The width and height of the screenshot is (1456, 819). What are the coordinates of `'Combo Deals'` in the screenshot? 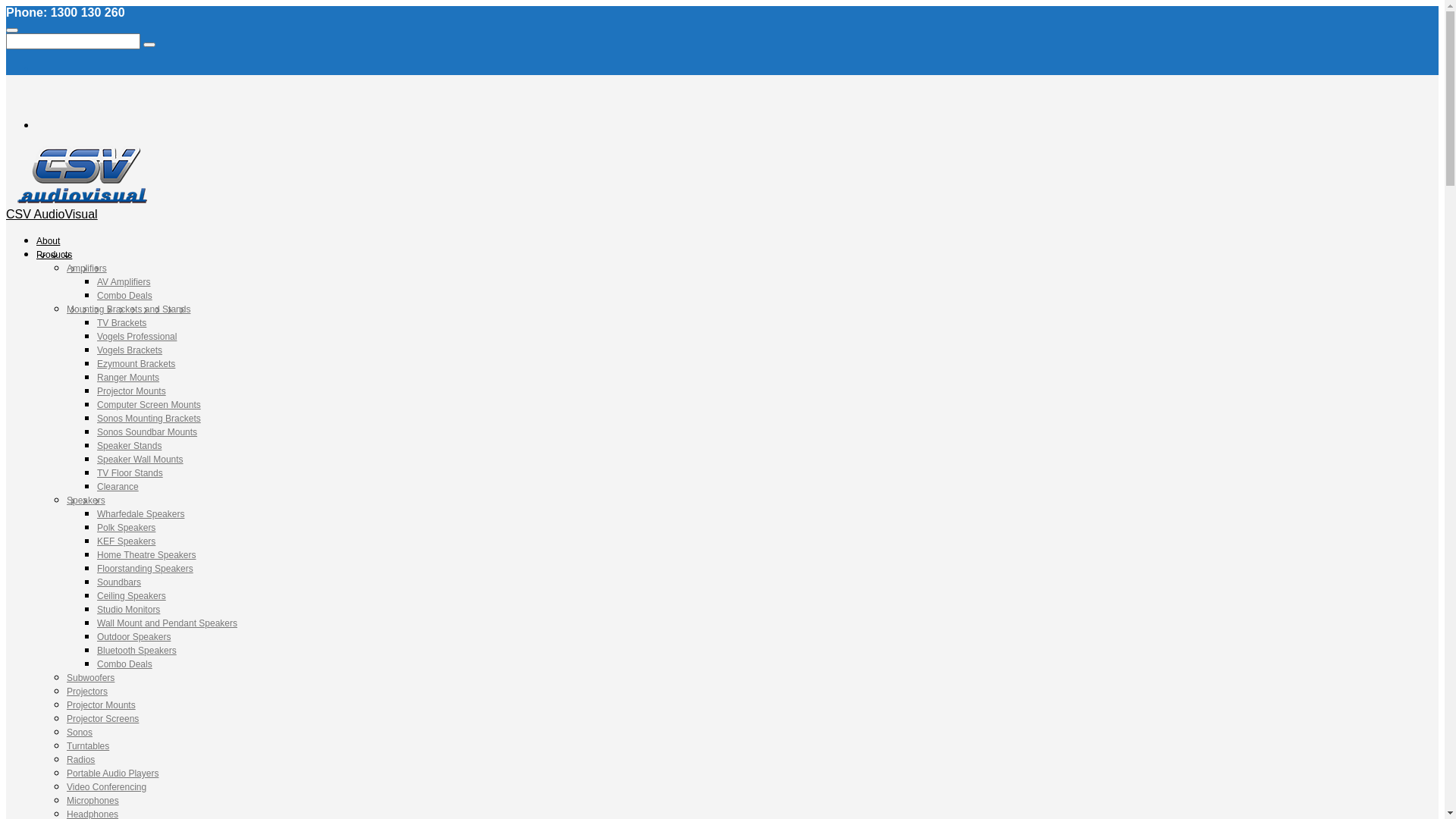 It's located at (124, 295).